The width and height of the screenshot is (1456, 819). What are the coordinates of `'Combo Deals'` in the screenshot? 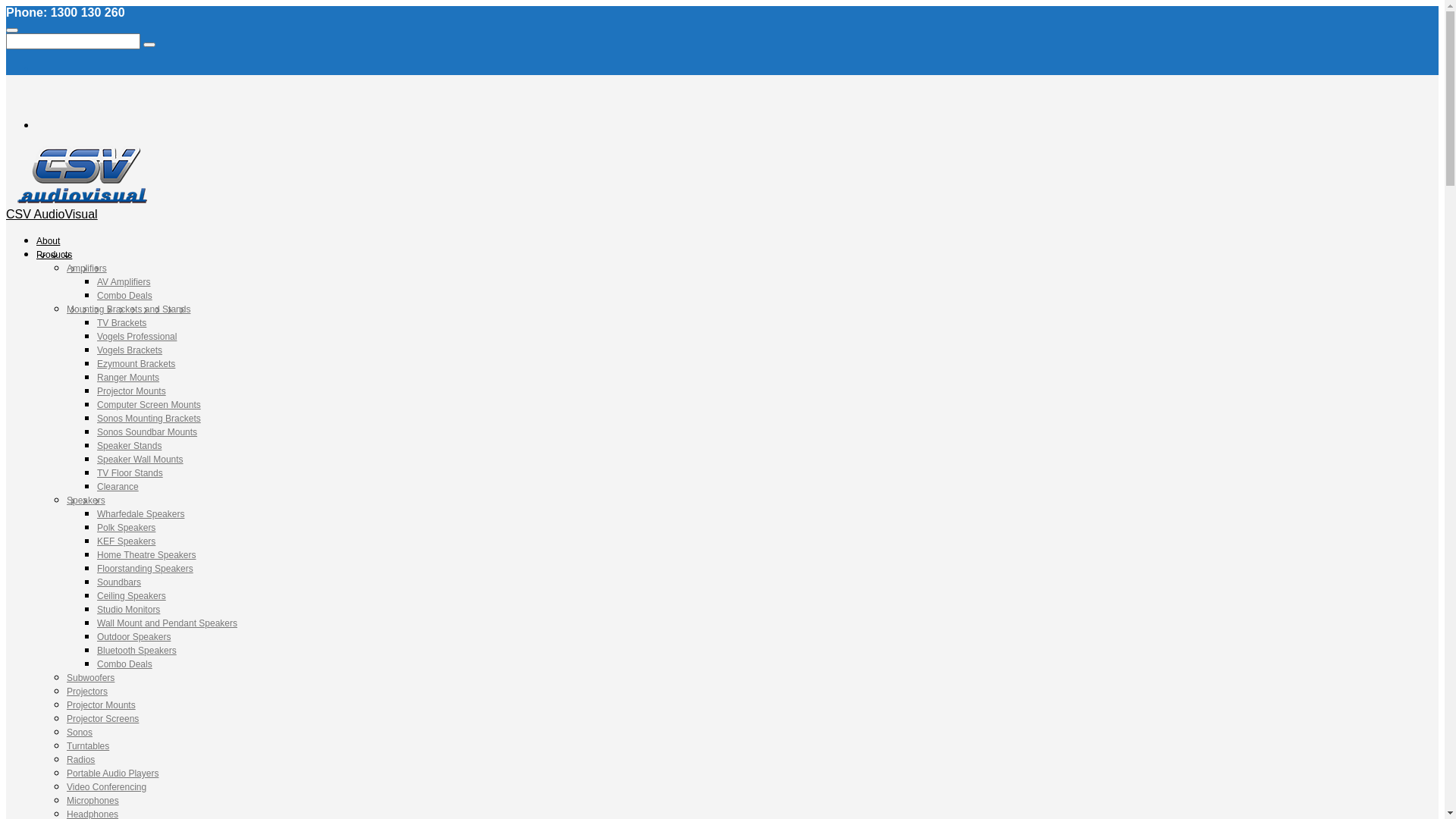 It's located at (124, 295).